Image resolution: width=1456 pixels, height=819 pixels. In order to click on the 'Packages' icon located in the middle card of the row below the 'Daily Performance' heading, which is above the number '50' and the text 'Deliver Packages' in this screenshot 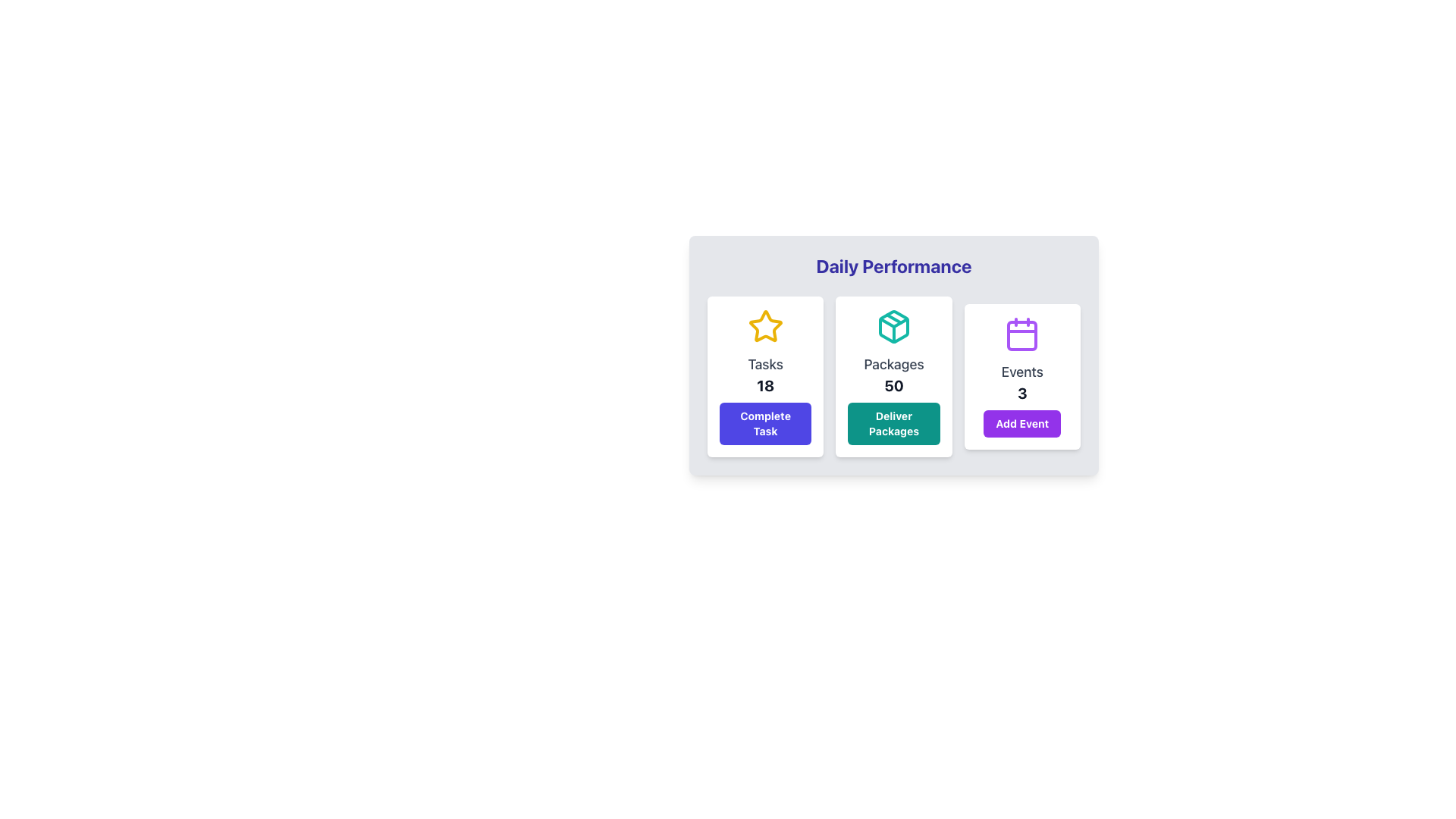, I will do `click(894, 326)`.